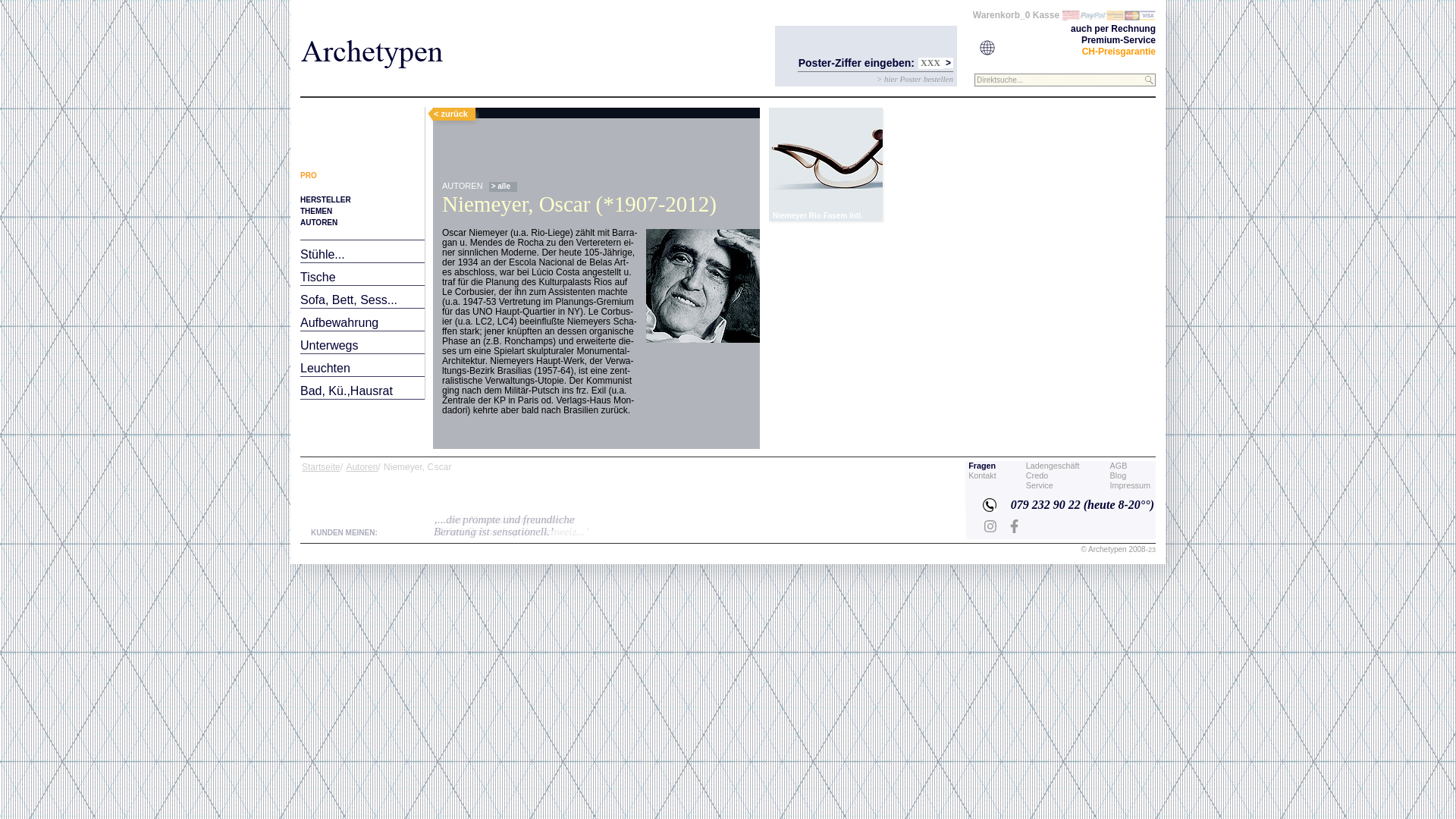 This screenshot has height=819, width=1456. What do you see at coordinates (302, 466) in the screenshot?
I see `'Startseite'` at bounding box center [302, 466].